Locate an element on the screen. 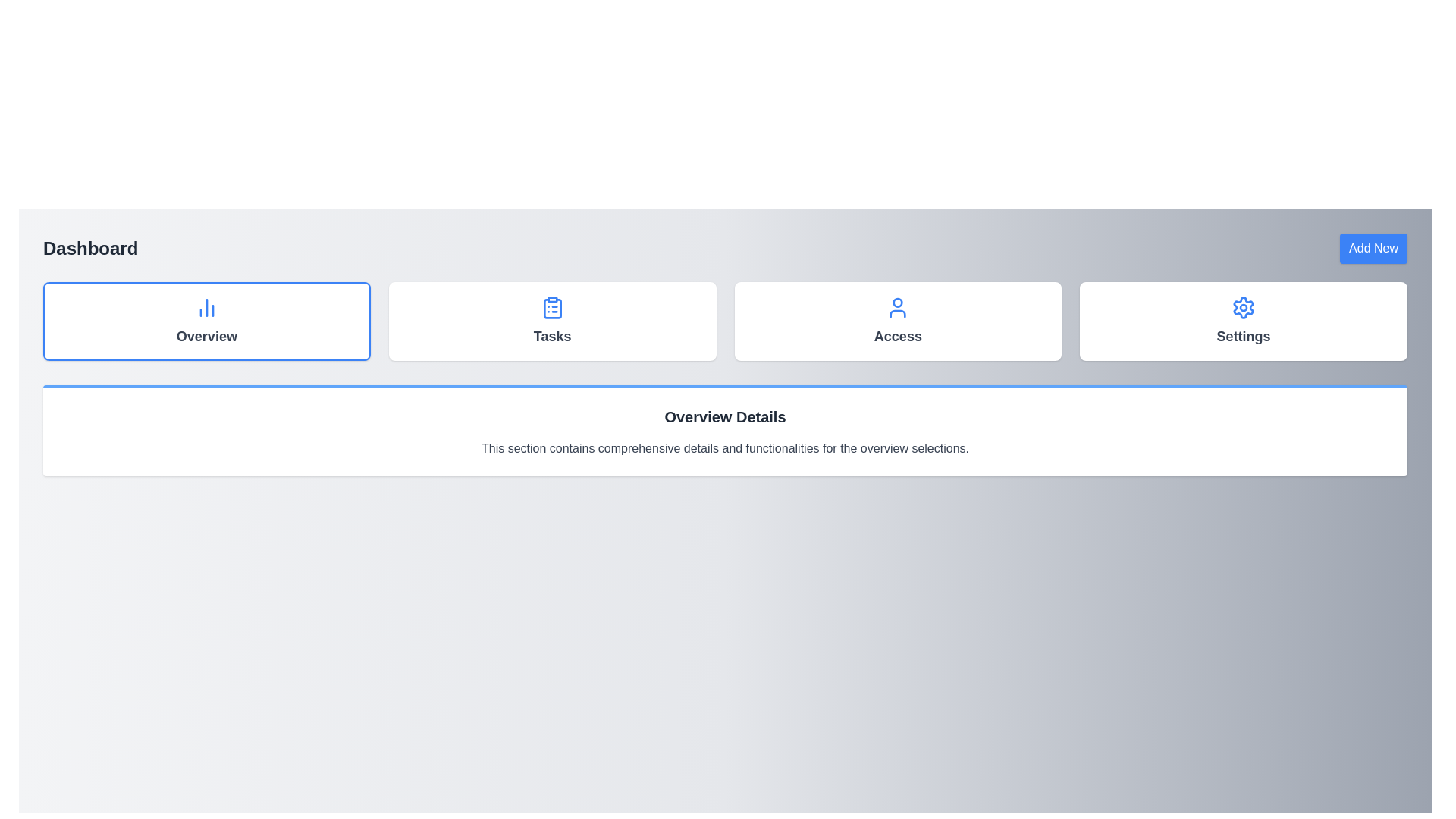 The width and height of the screenshot is (1456, 819). the 'Overview' text label located in the first card of the Dashboard section, which is centered beneath a blue bar chart icon is located at coordinates (206, 335).